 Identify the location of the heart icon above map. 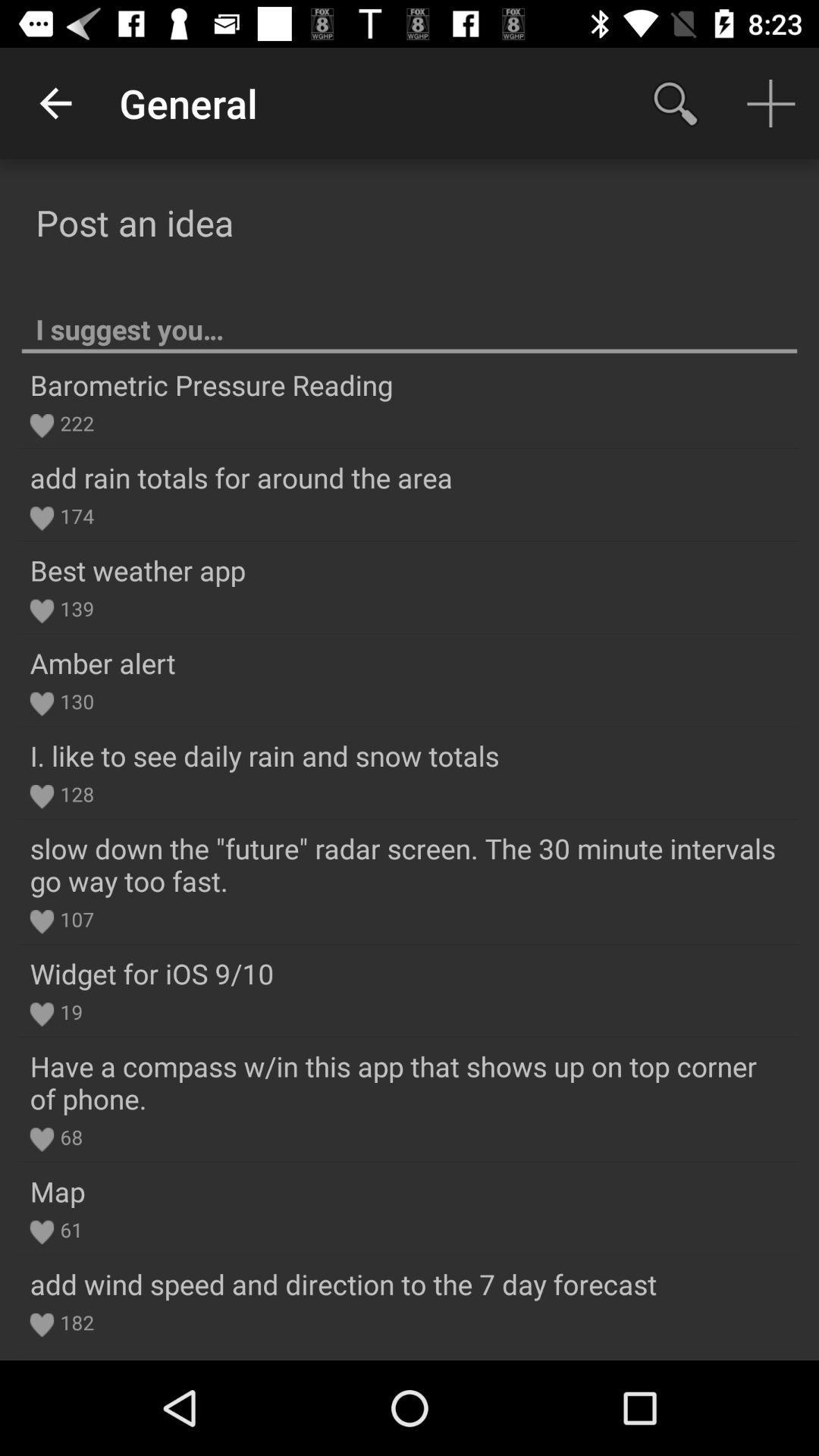
(41, 1139).